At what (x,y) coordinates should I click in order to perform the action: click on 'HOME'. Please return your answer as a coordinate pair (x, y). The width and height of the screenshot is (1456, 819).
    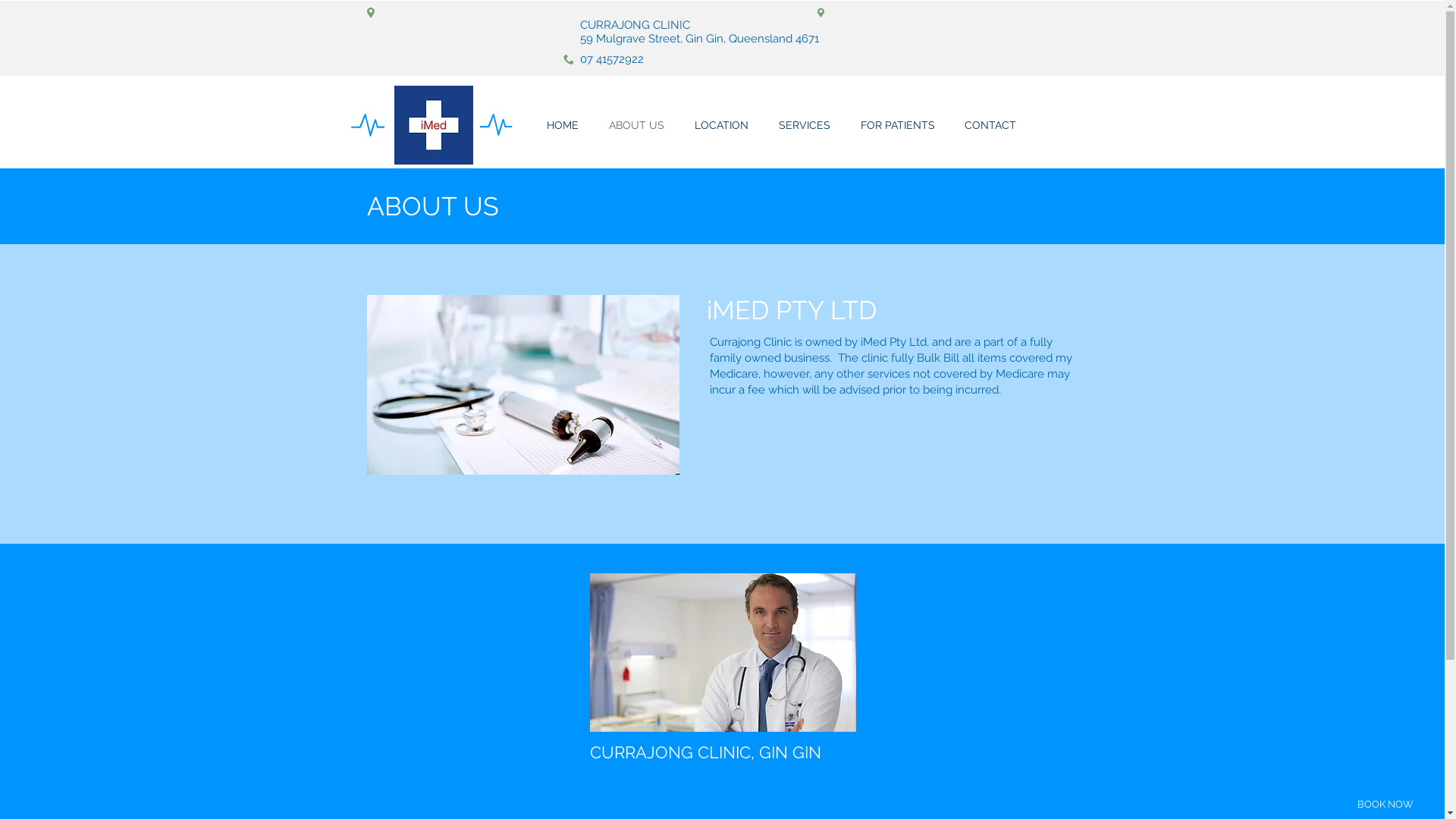
    Looking at the image, I should click on (560, 124).